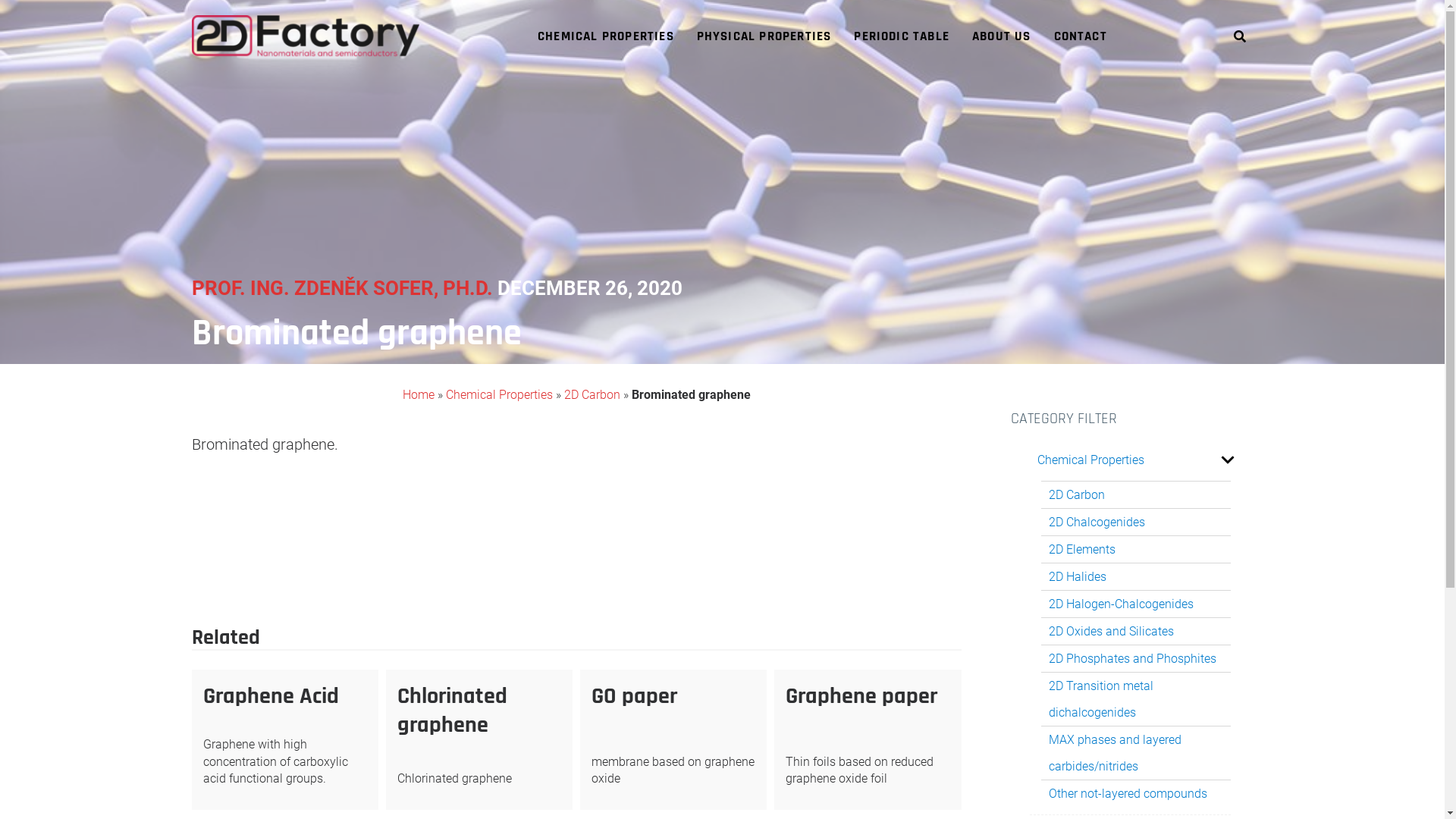  What do you see at coordinates (786, 696) in the screenshot?
I see `'Graphene paper'` at bounding box center [786, 696].